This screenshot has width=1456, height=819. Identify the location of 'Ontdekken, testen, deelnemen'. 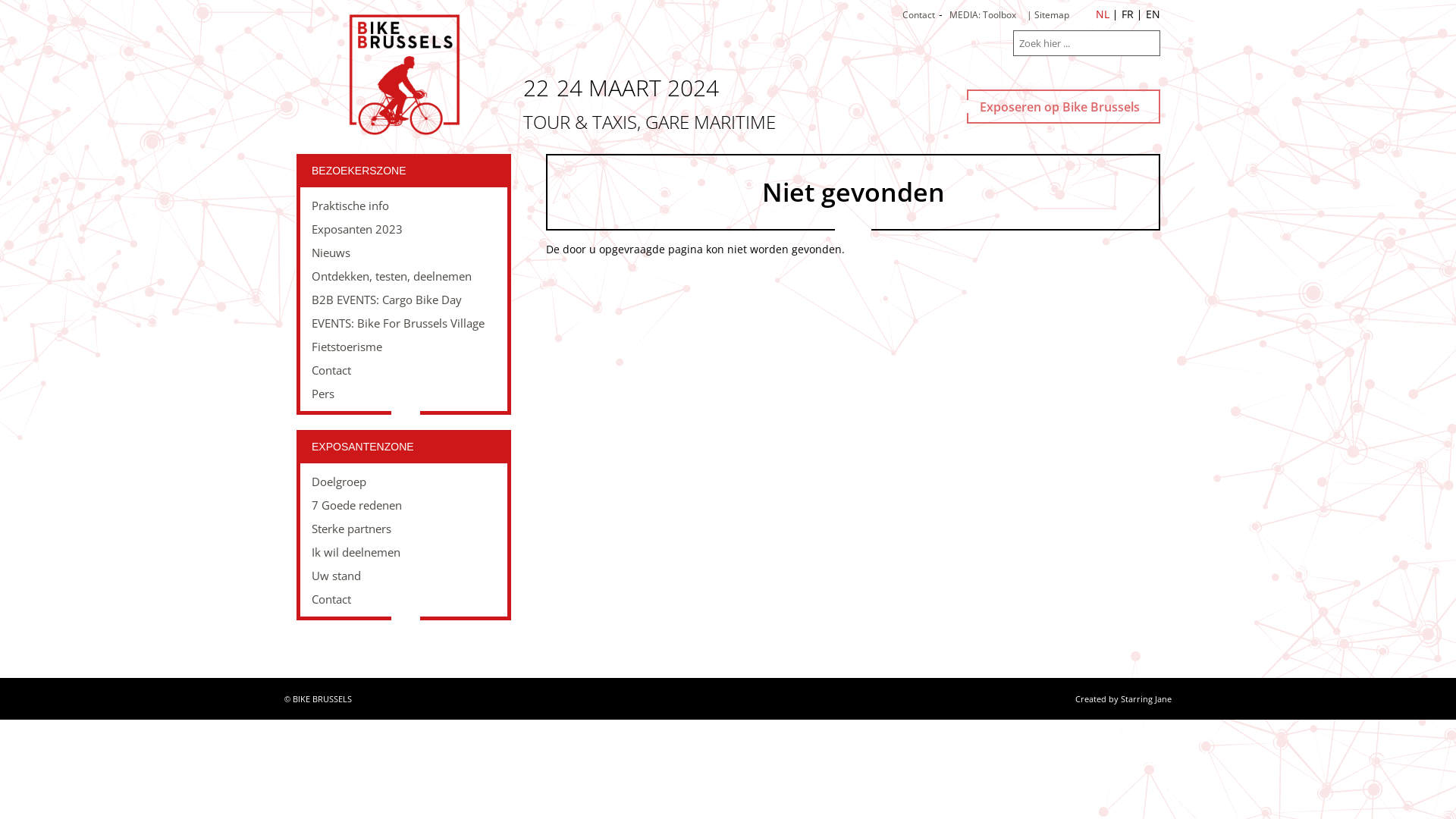
(403, 276).